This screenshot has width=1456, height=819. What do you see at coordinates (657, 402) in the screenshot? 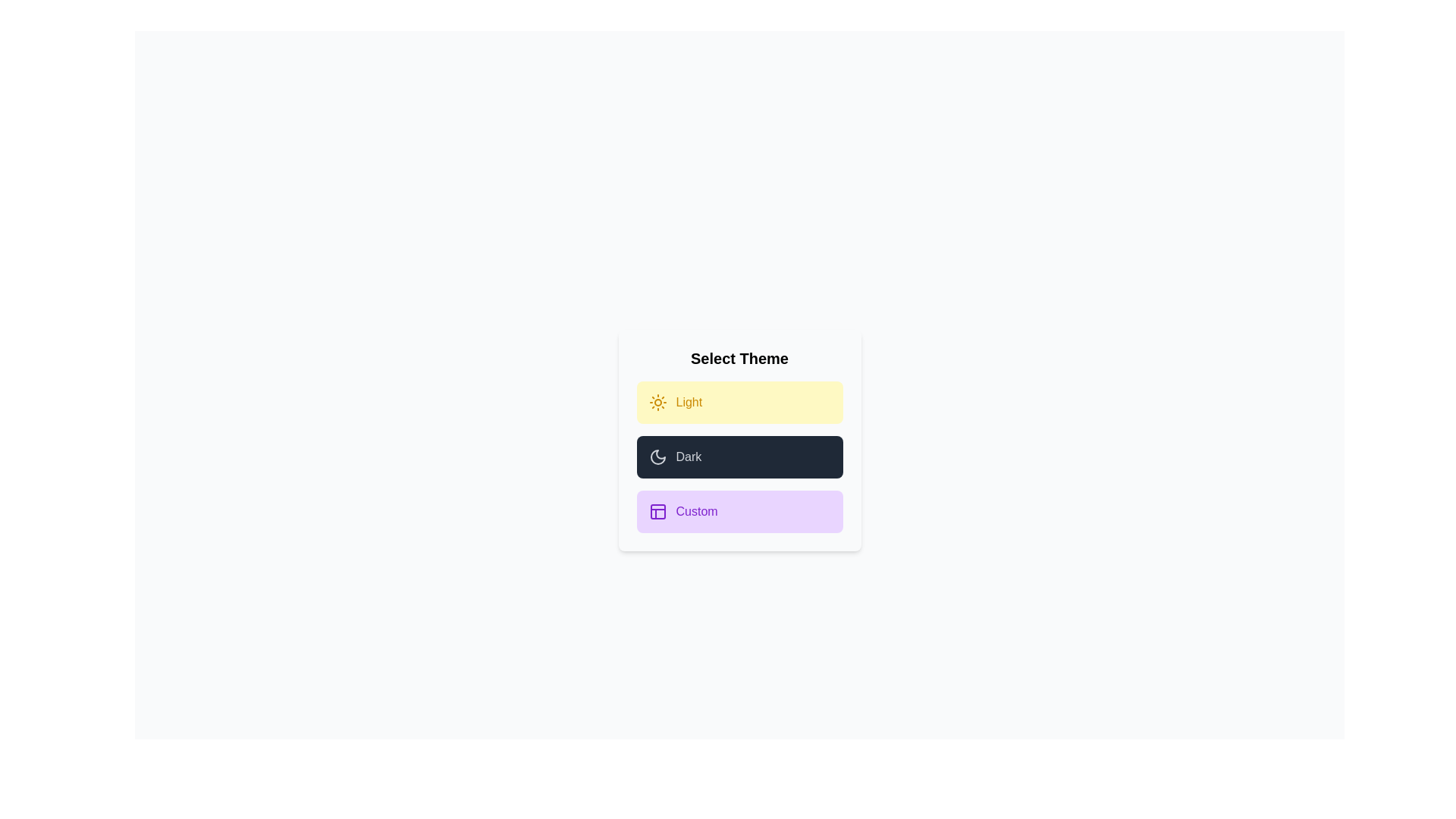
I see `the 'Light' option button, which has a yellow background and is the topmost in the list of theme options` at bounding box center [657, 402].